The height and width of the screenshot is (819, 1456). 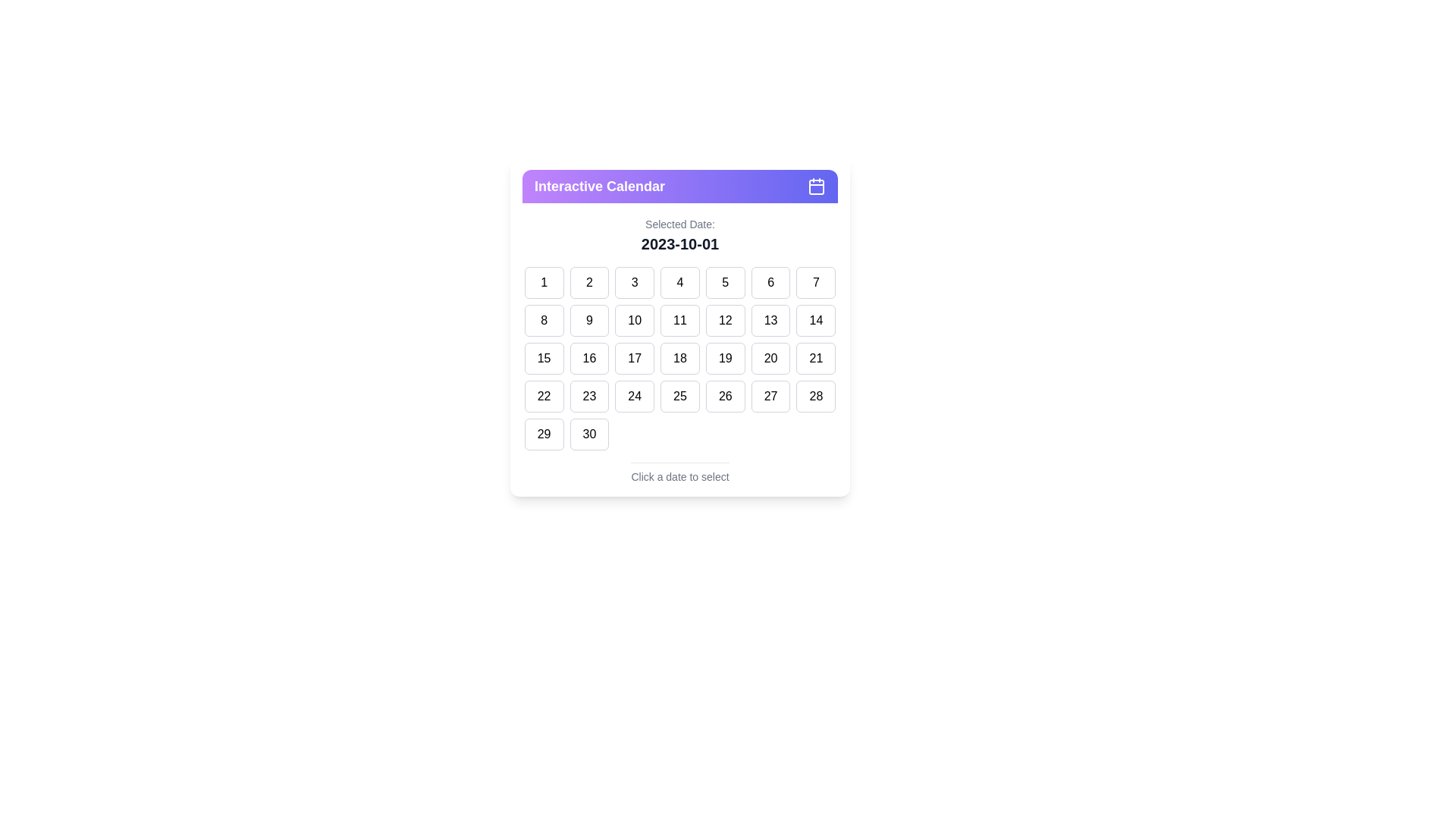 What do you see at coordinates (724, 320) in the screenshot?
I see `the selectable date button representing the 12th in the calendar interface` at bounding box center [724, 320].